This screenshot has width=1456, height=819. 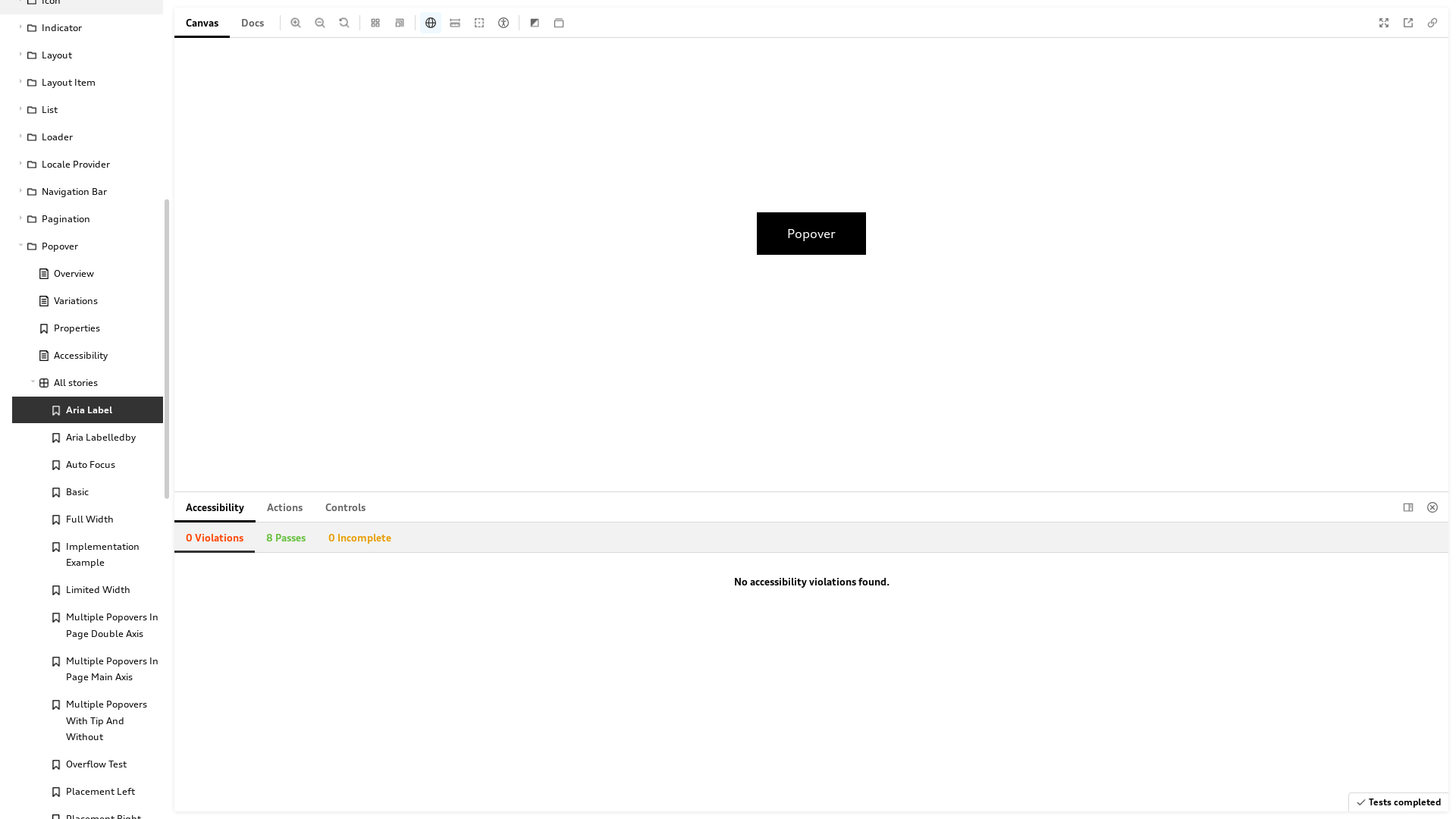 What do you see at coordinates (201, 23) in the screenshot?
I see `'Canvas'` at bounding box center [201, 23].